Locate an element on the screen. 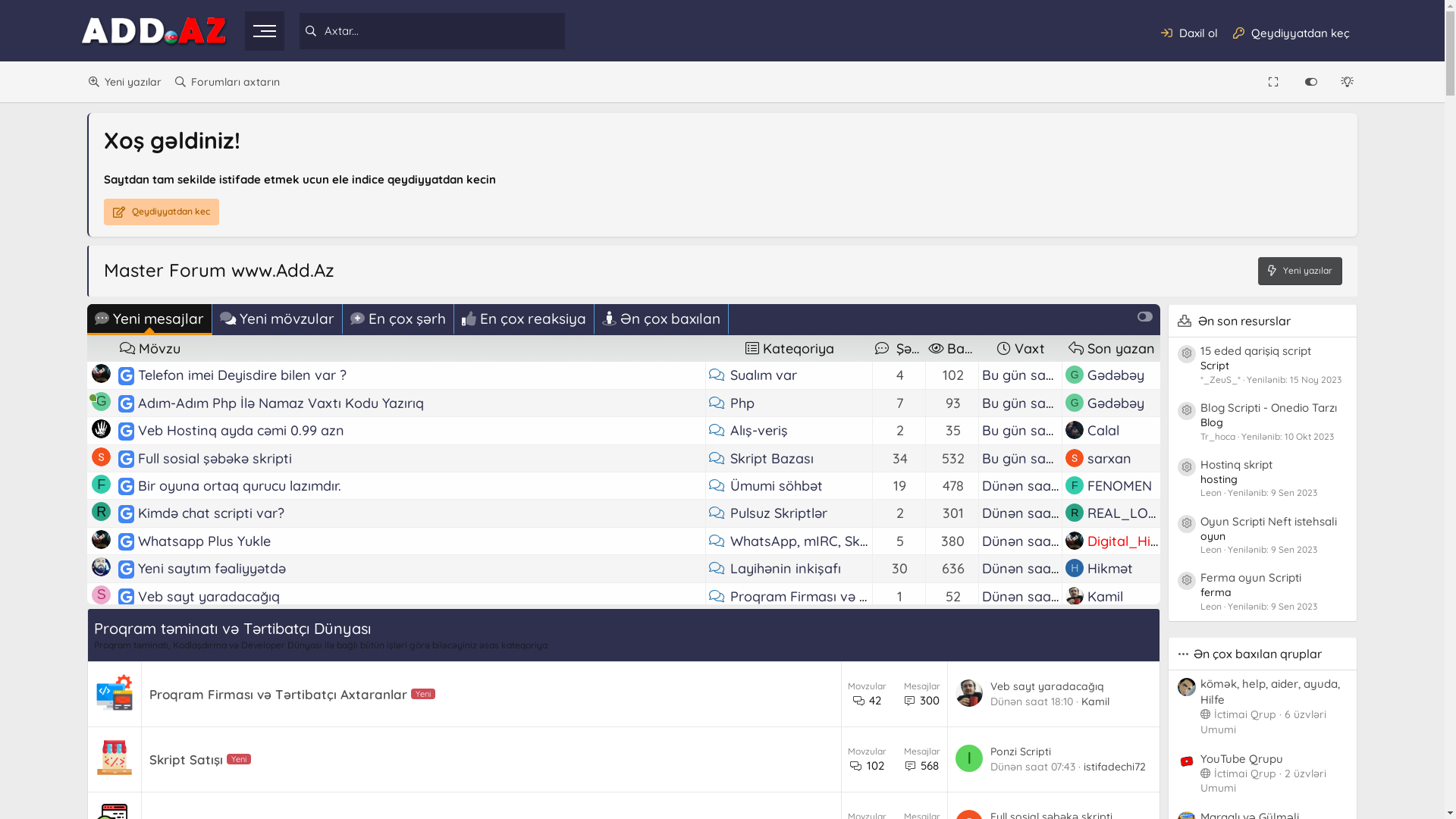 The height and width of the screenshot is (819, 1456). 'Digital_History' is located at coordinates (1135, 540).